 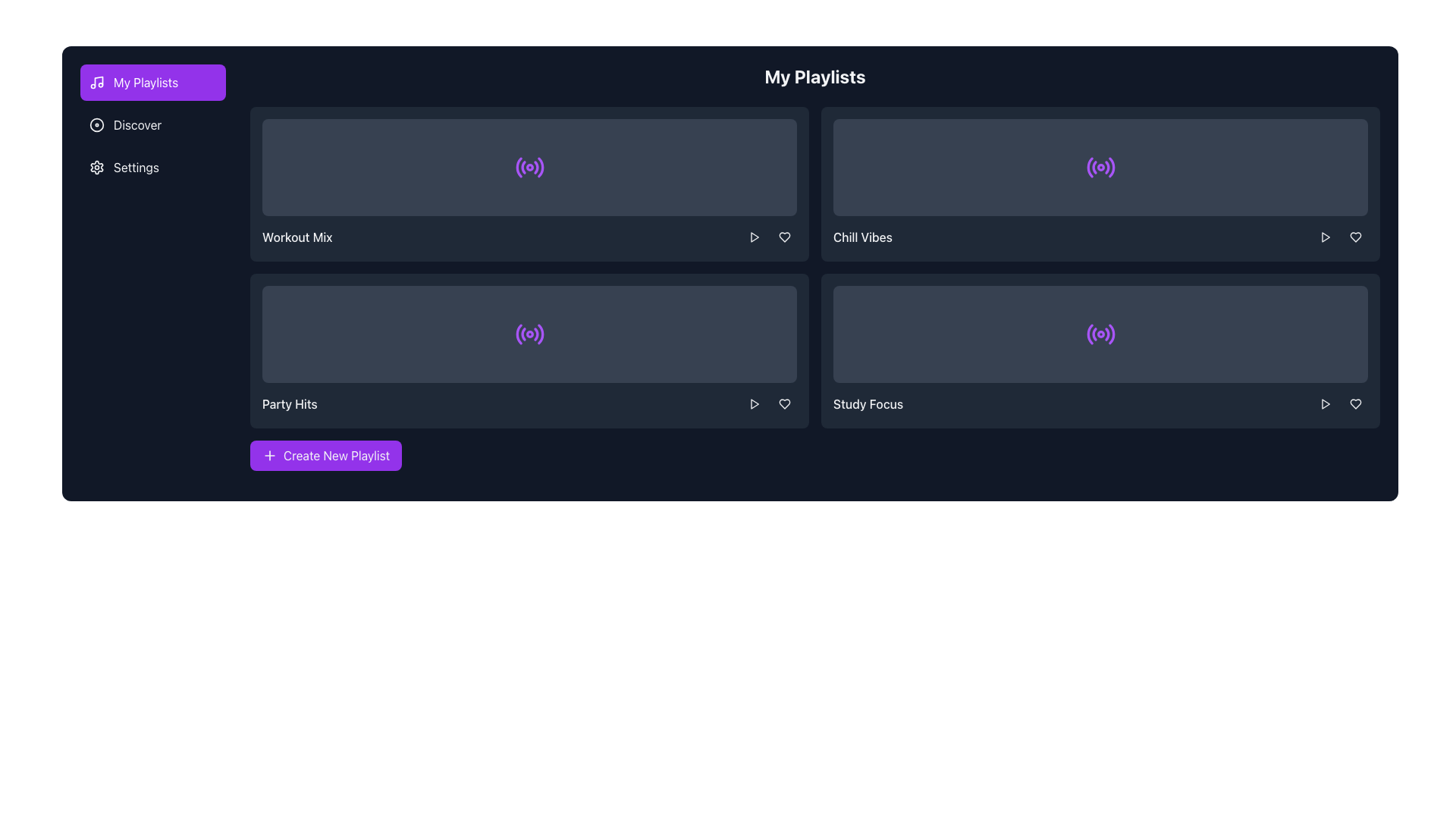 I want to click on the heart button located inside the second playlist card in the bottom row of the playlist grid to mark the playlist as favorite, so click(x=785, y=403).